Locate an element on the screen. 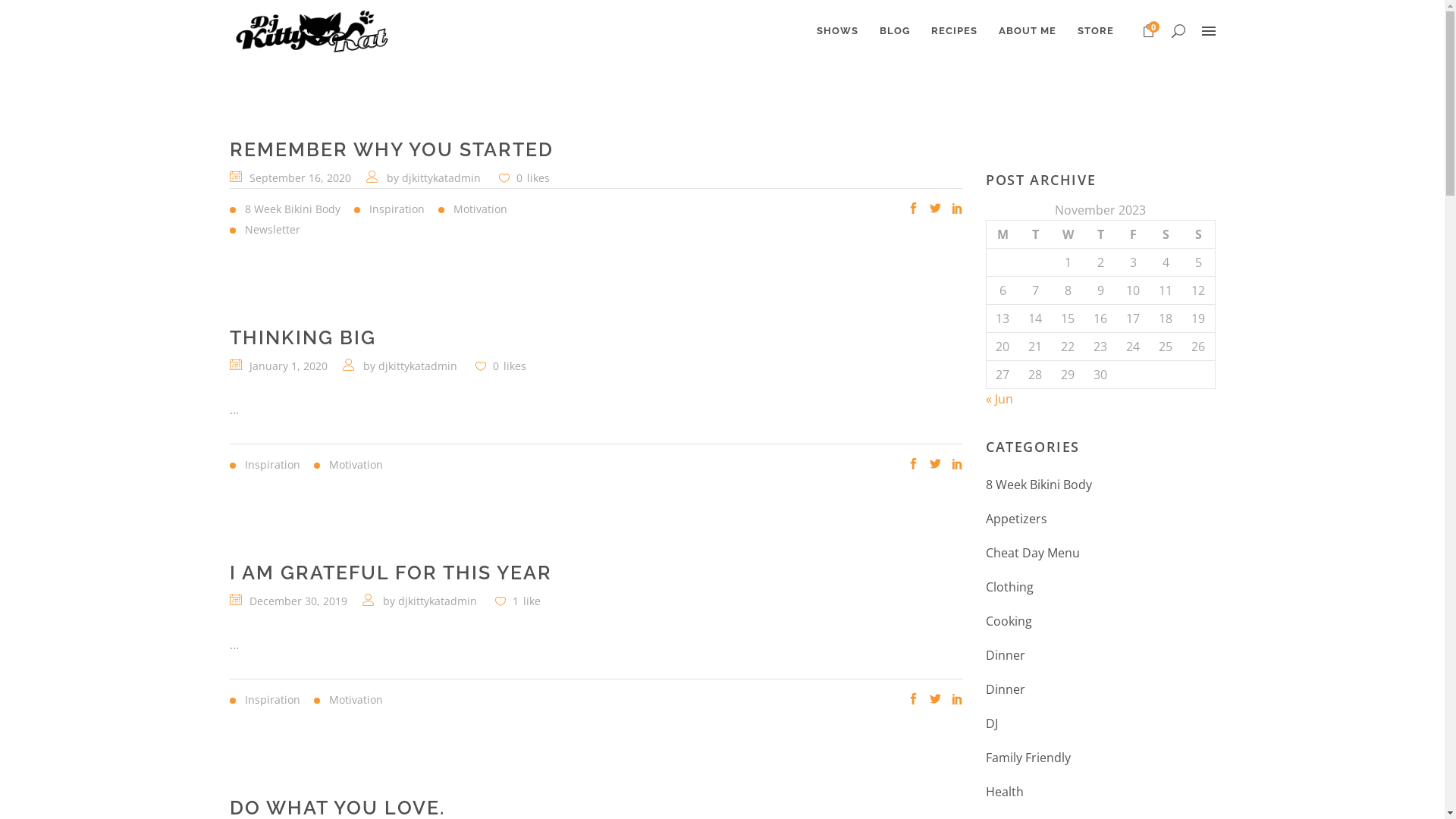  'STORE' is located at coordinates (1095, 31).